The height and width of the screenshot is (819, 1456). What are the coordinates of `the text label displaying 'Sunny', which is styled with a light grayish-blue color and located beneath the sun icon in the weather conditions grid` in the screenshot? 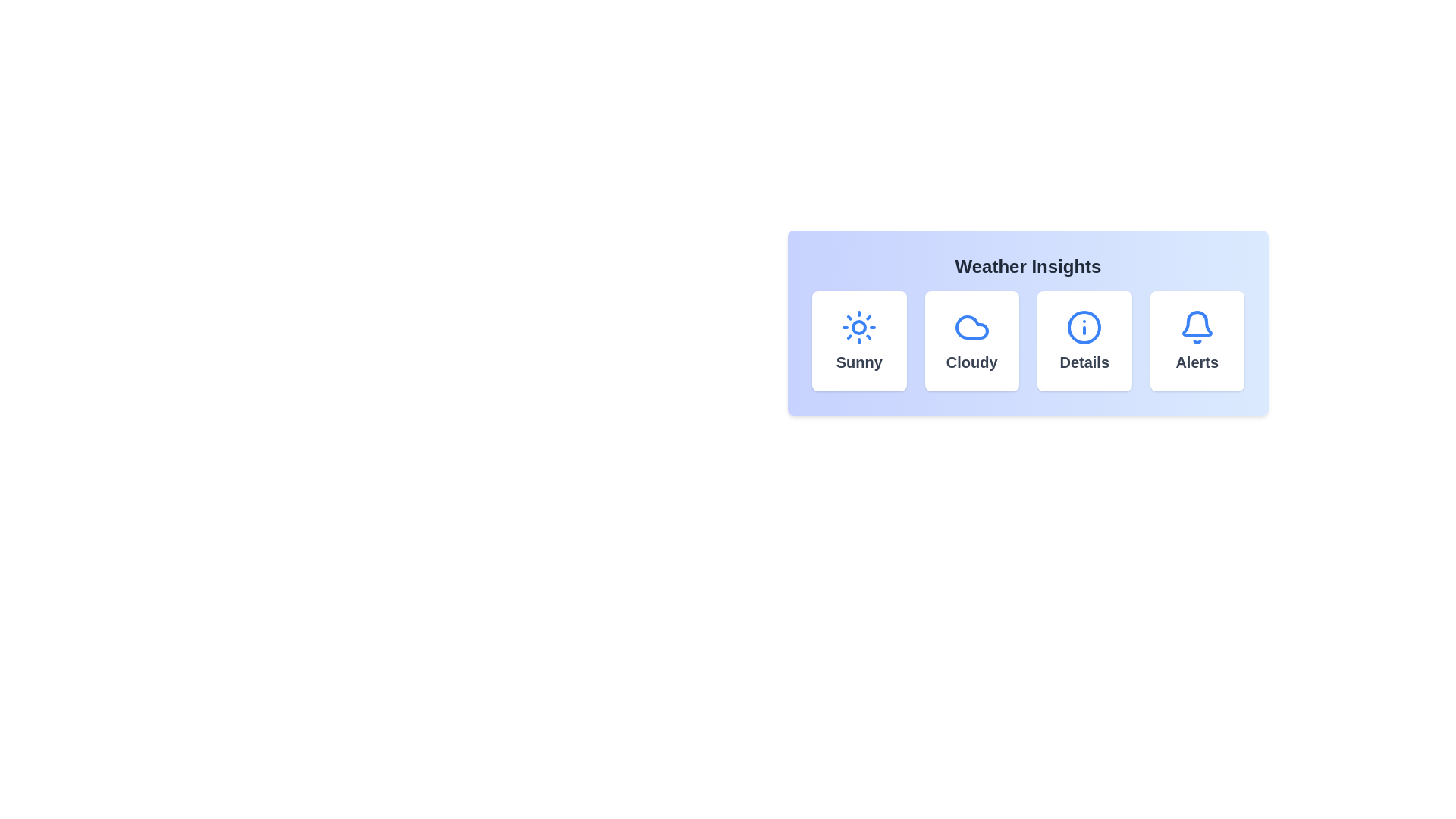 It's located at (859, 362).